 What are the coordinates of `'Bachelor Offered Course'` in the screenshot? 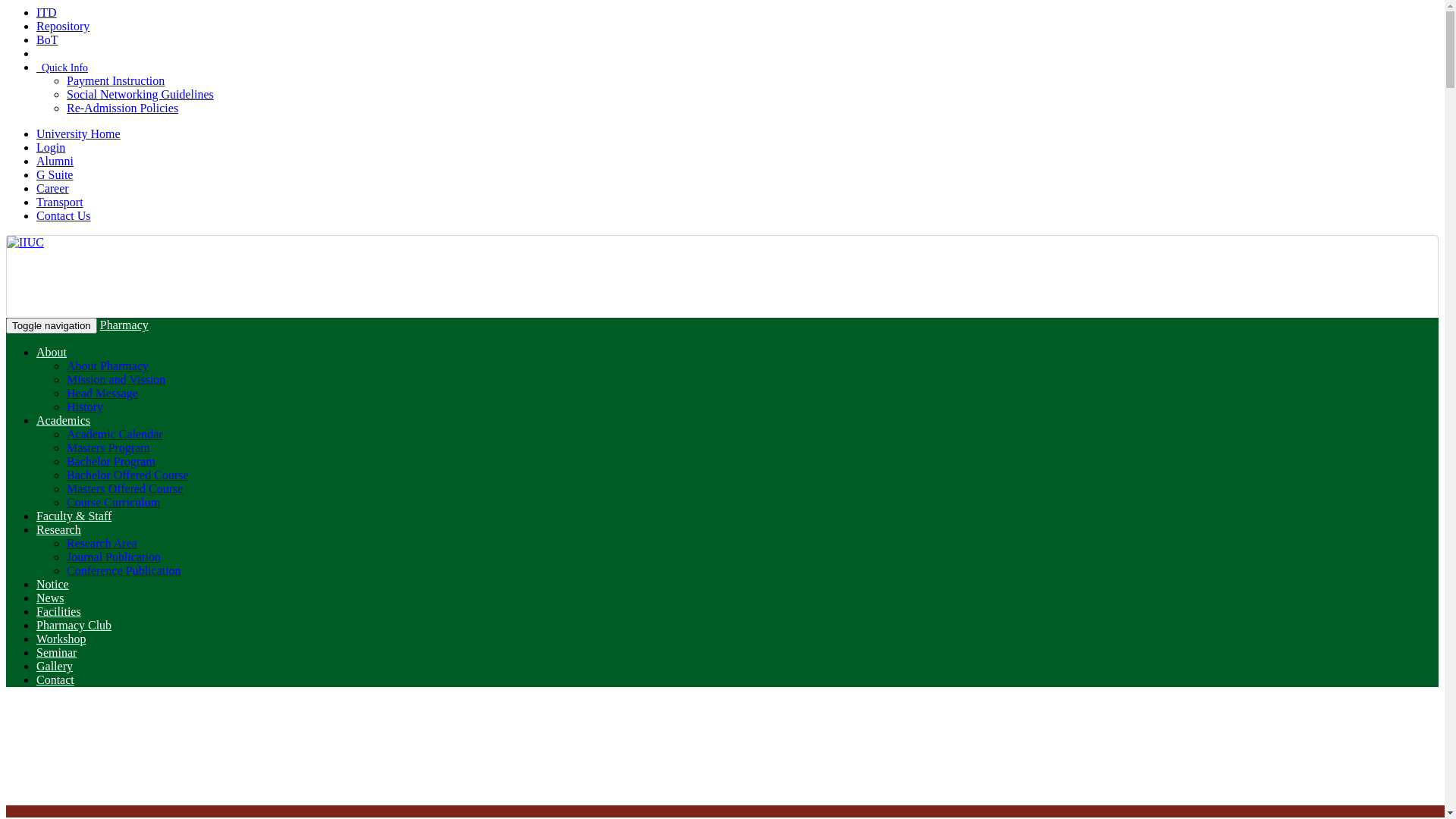 It's located at (127, 474).